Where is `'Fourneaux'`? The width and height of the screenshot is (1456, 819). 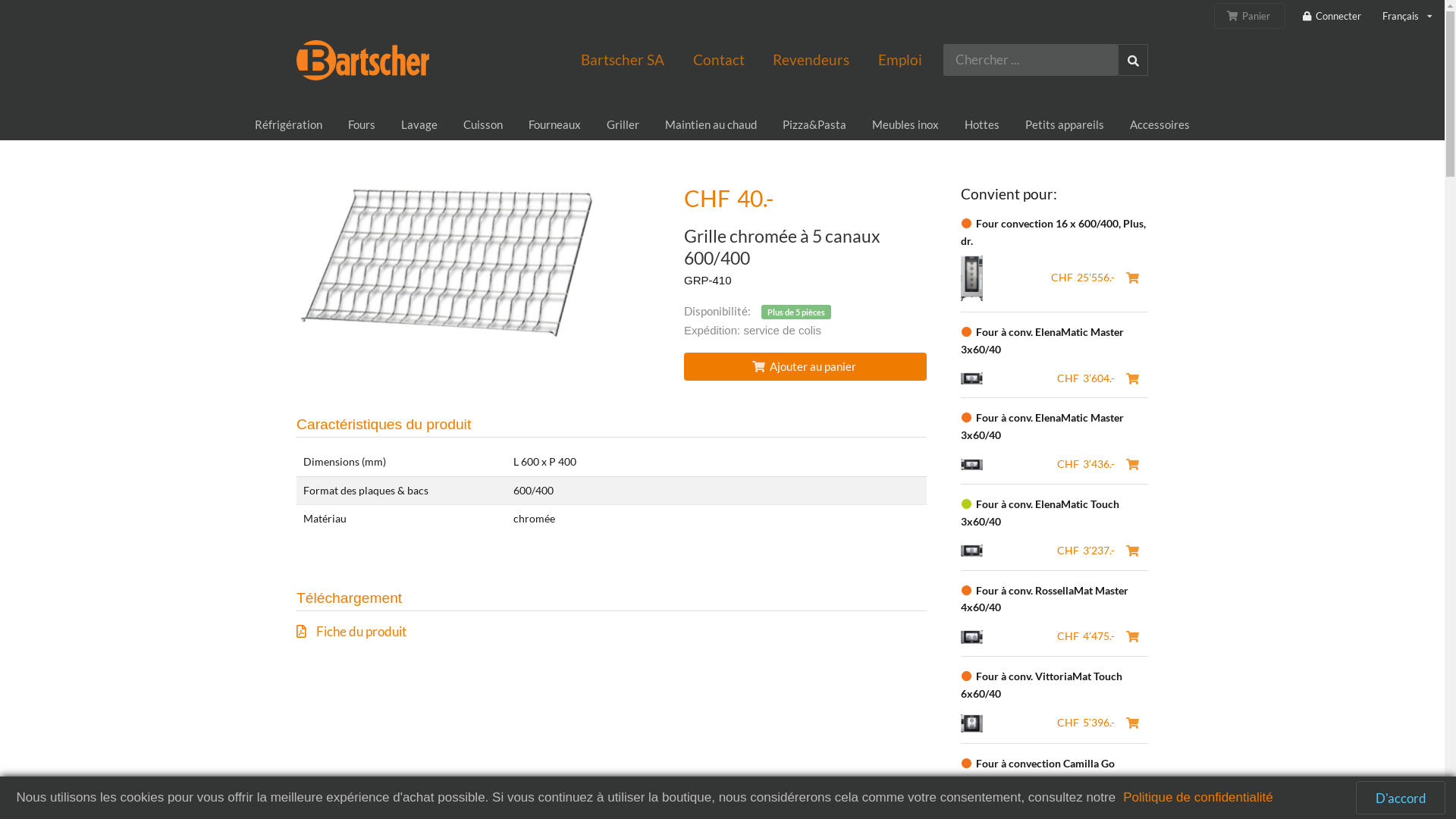 'Fourneaux' is located at coordinates (554, 124).